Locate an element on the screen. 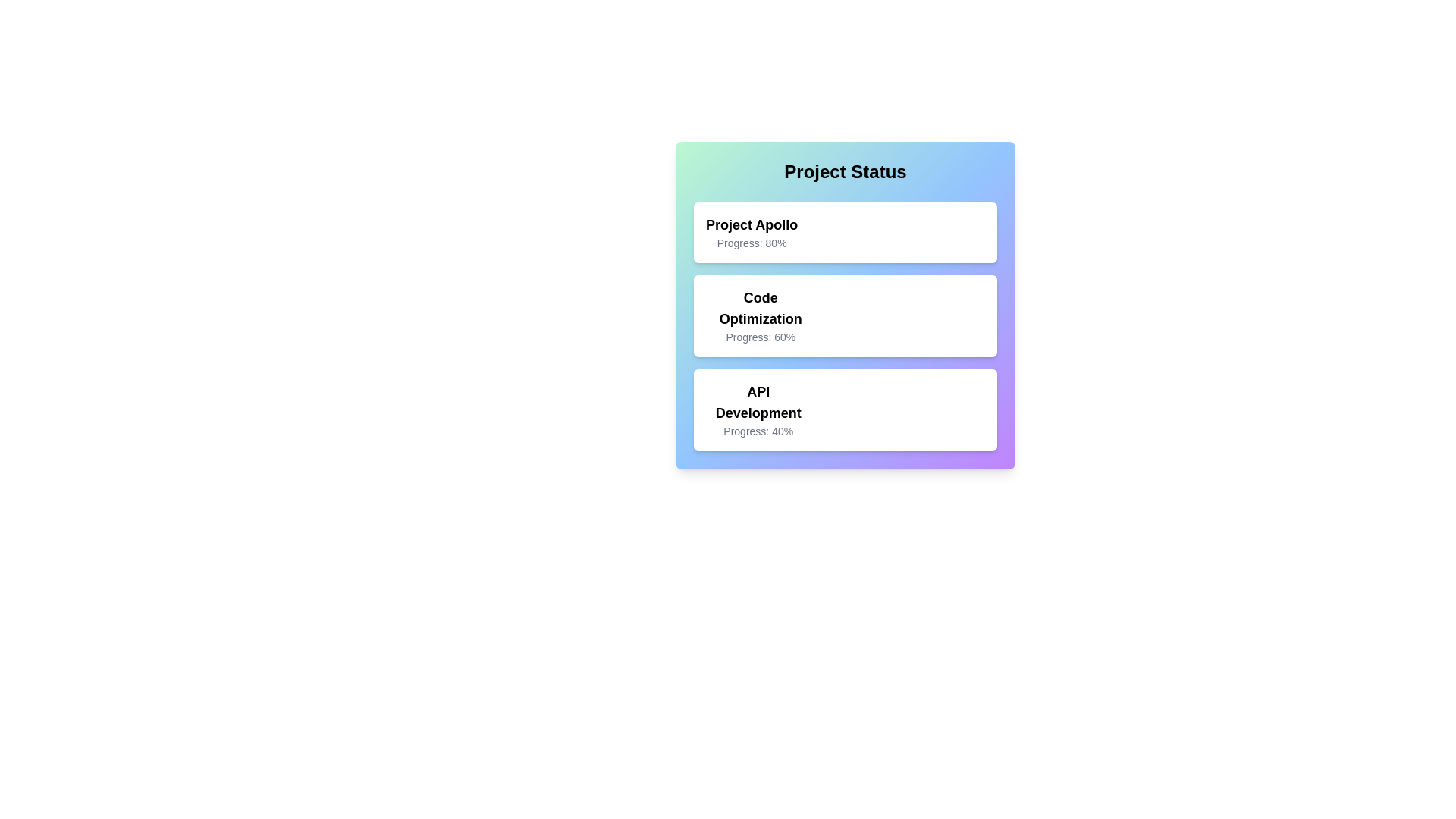  the progress bar for API Development is located at coordinates (852, 409).